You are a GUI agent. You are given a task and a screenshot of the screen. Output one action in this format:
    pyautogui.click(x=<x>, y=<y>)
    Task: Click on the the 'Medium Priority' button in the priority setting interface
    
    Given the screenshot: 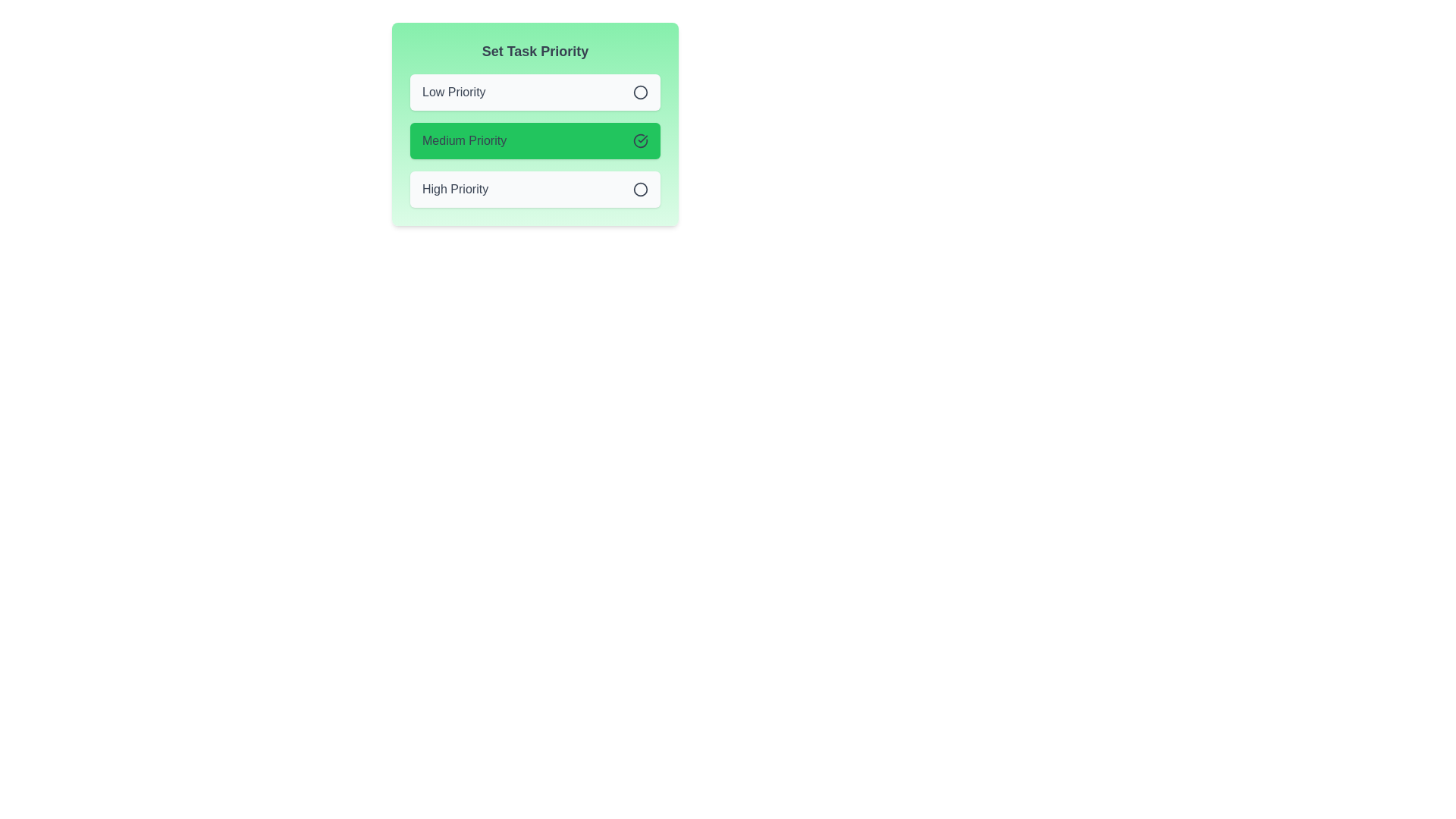 What is the action you would take?
    pyautogui.click(x=535, y=140)
    